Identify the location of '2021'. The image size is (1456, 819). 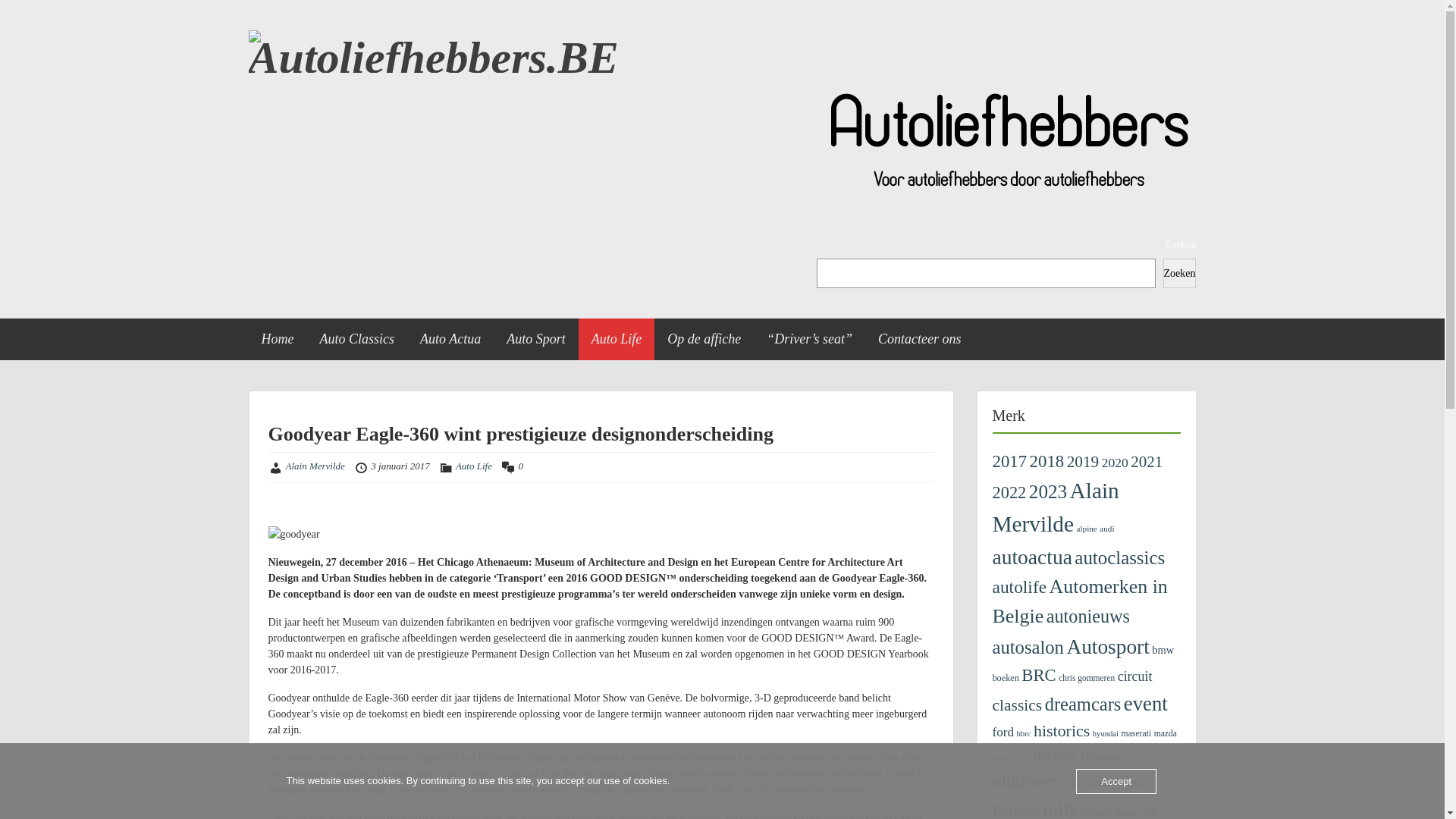
(1147, 461).